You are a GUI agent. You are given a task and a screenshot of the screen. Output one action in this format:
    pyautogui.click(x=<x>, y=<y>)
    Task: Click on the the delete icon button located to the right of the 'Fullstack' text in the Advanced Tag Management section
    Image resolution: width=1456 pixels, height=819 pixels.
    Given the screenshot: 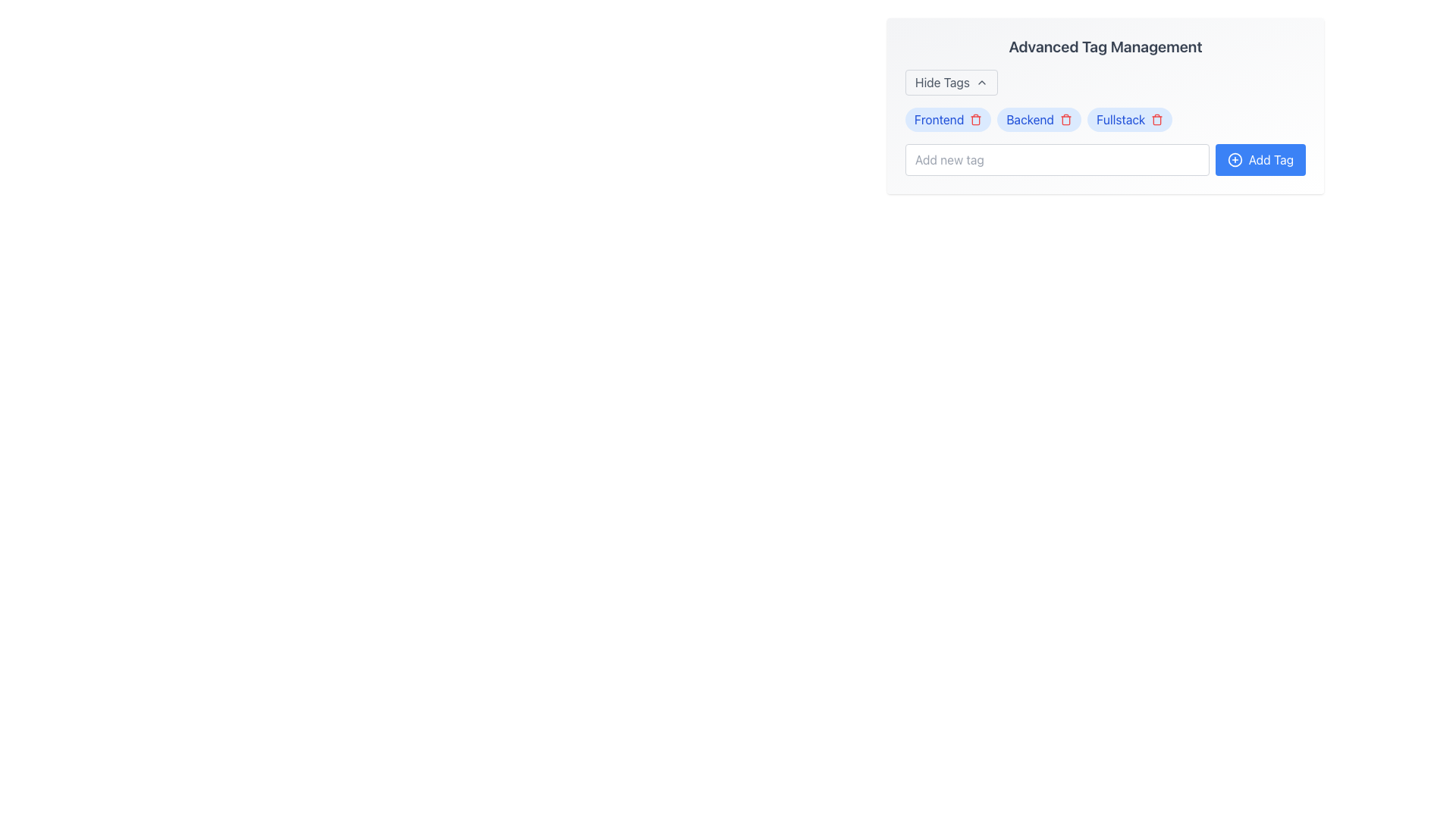 What is the action you would take?
    pyautogui.click(x=1156, y=119)
    